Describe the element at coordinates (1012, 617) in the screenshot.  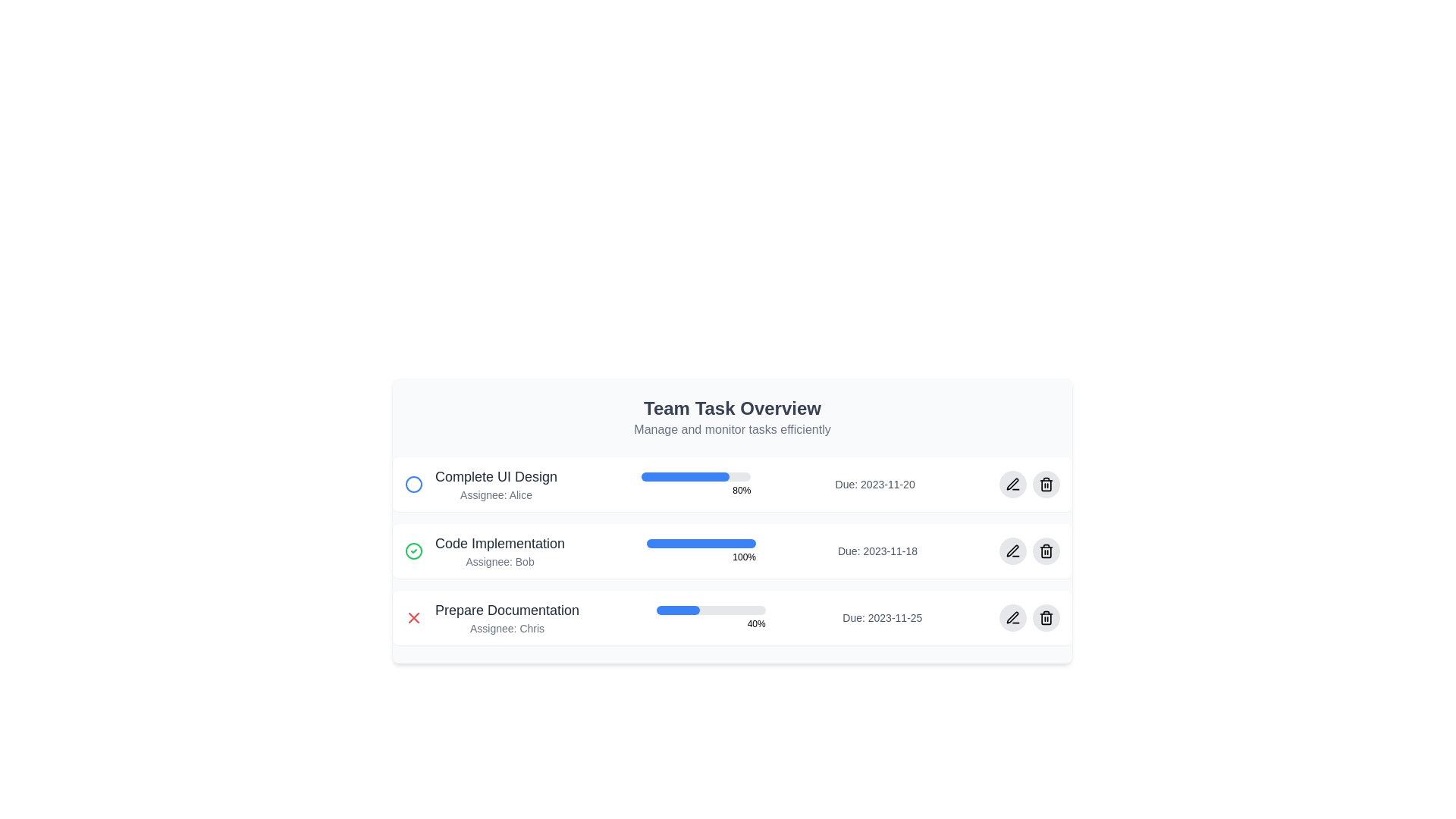
I see `the circular button with a gray background and a pen icon located in the bottom-right corner of the 'Prepare Documentation' card` at that location.